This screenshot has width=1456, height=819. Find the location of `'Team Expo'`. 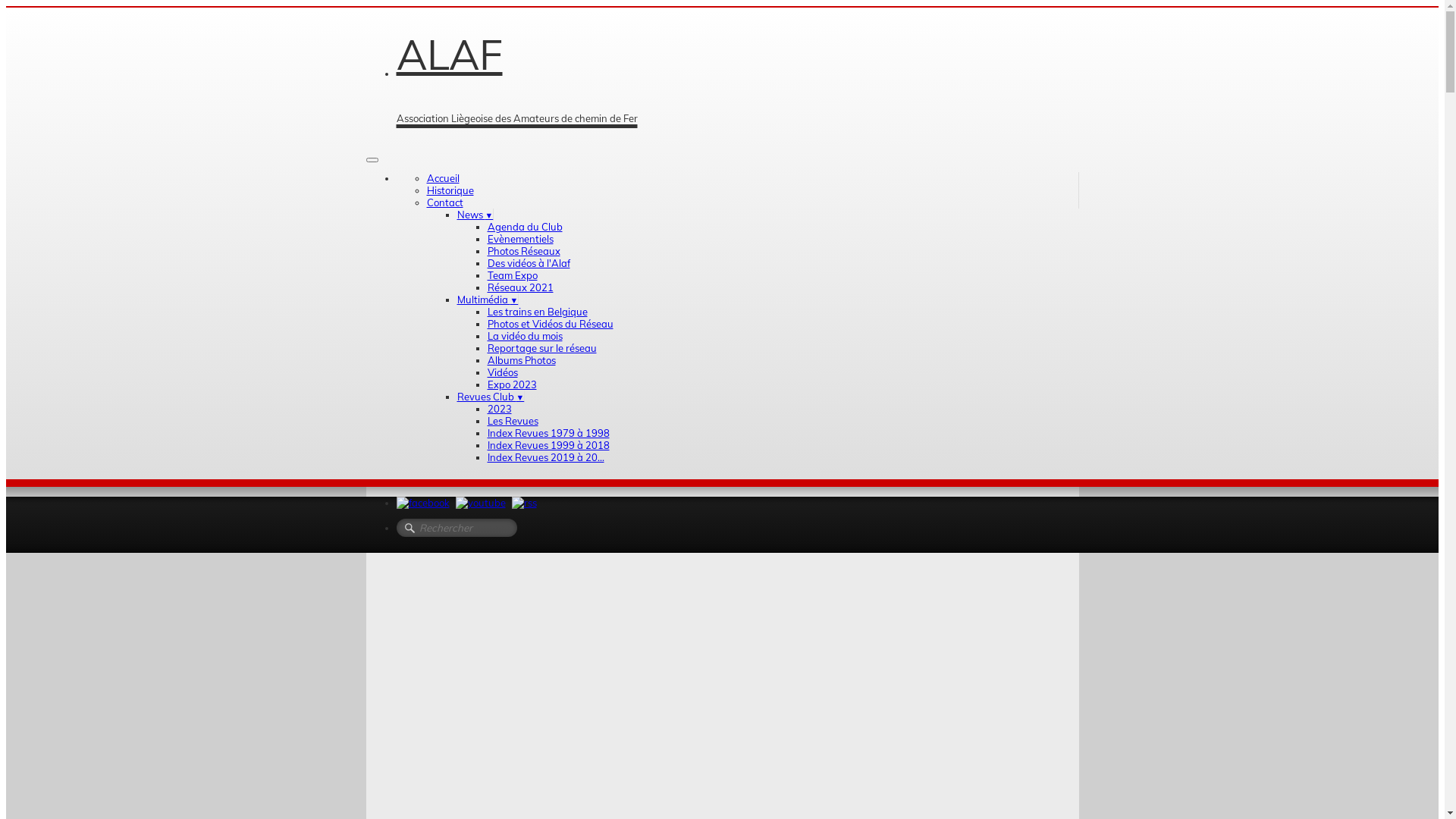

'Team Expo' is located at coordinates (487, 275).